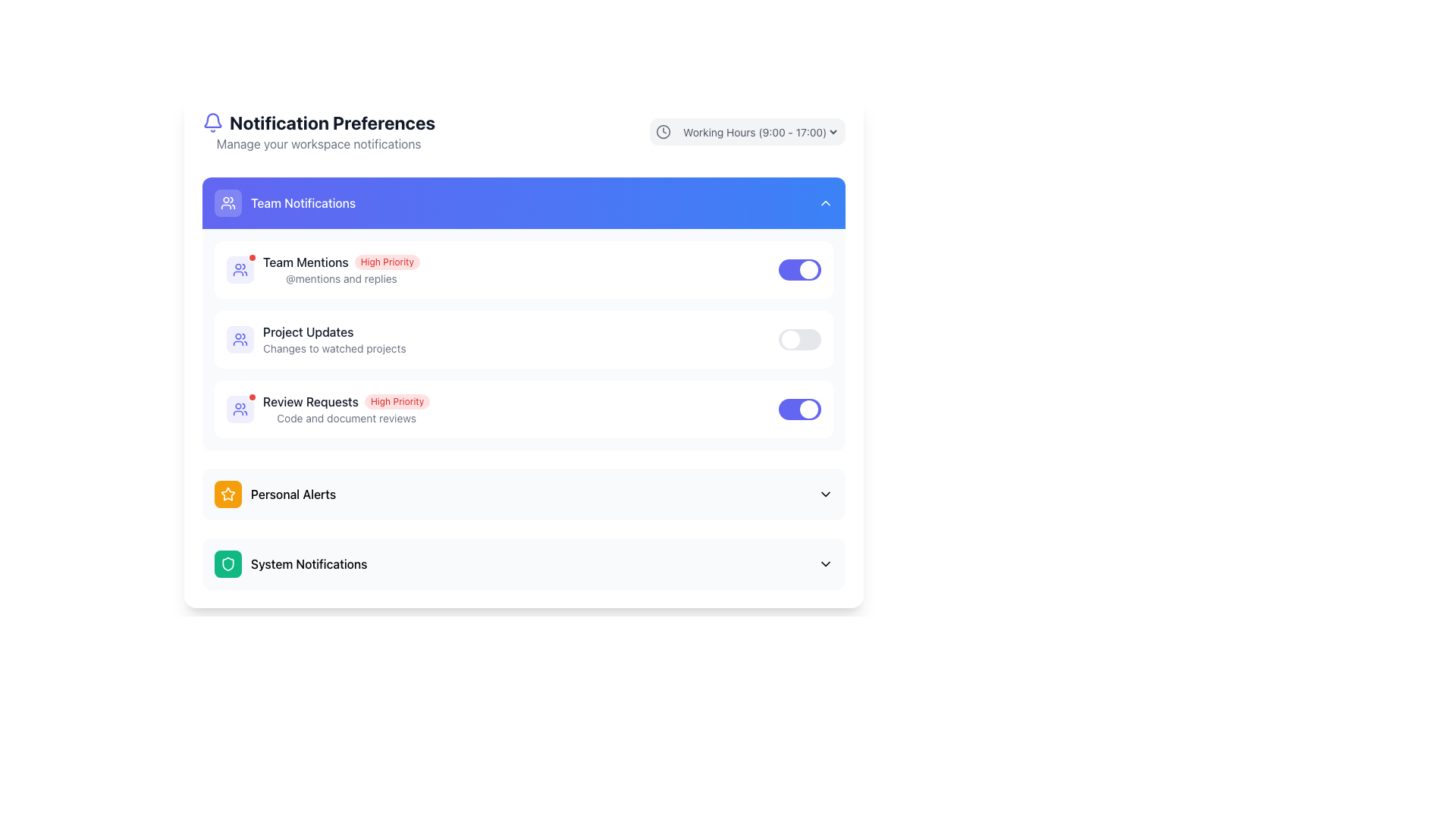 The height and width of the screenshot is (819, 1456). I want to click on the 'Team Mentions' and 'High Priority' label, which is styled with bold dark text and a smaller red font, located under the 'Team Notifications' header, so click(340, 262).